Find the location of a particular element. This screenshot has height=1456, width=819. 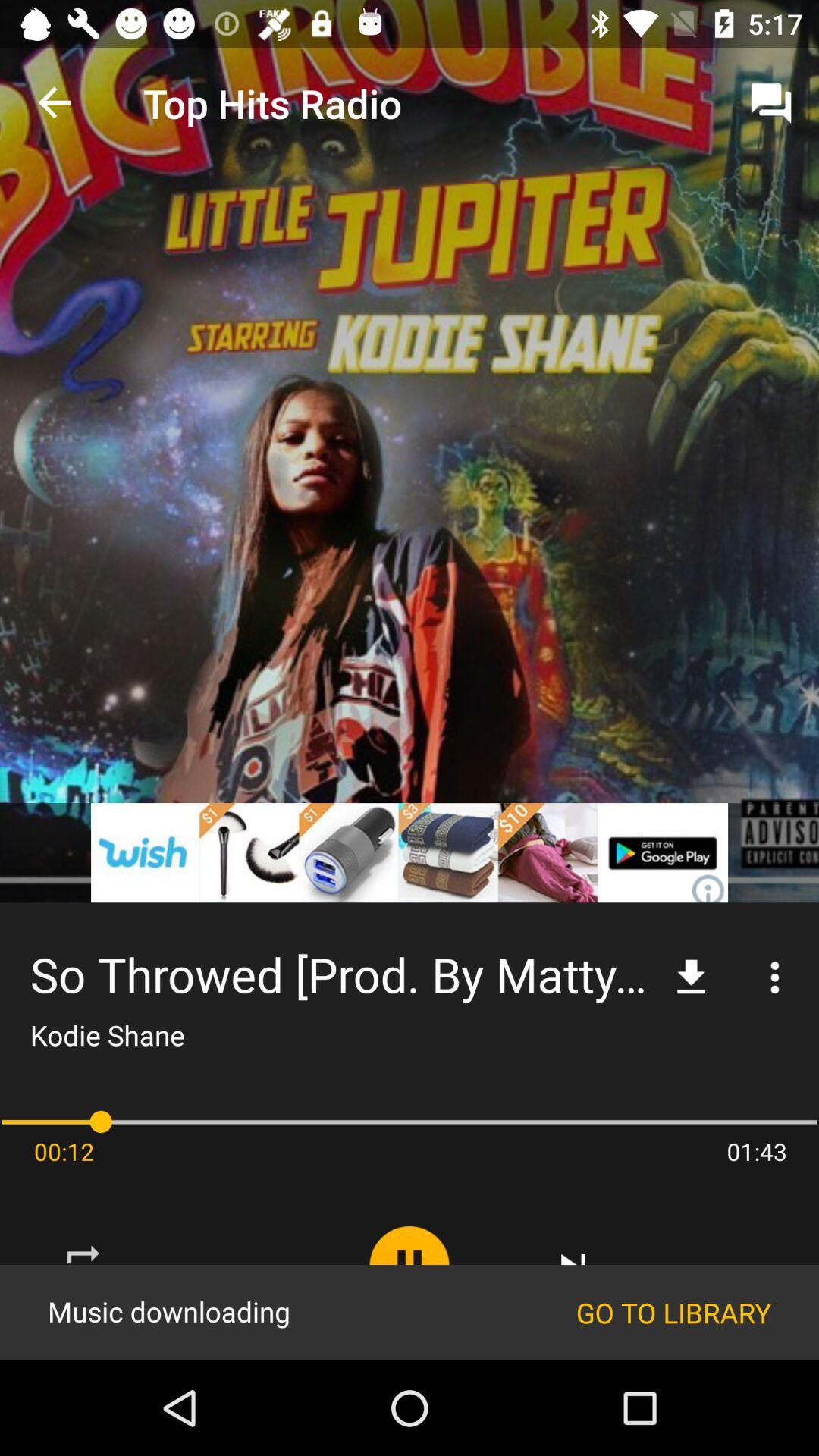

the file_download icon is located at coordinates (691, 977).